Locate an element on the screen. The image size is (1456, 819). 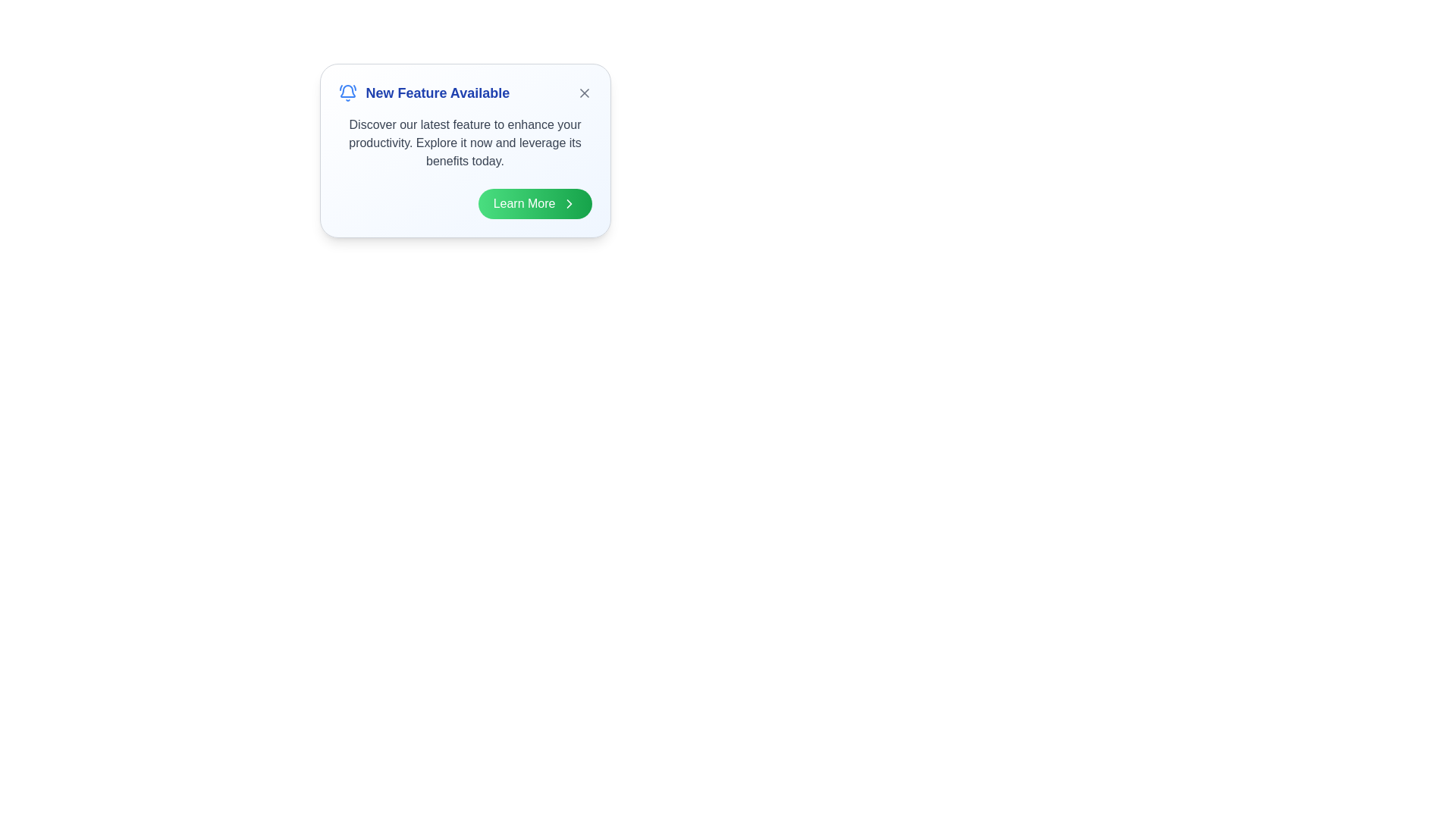
the 'Dismiss Alert' button to dismiss the notification is located at coordinates (583, 93).